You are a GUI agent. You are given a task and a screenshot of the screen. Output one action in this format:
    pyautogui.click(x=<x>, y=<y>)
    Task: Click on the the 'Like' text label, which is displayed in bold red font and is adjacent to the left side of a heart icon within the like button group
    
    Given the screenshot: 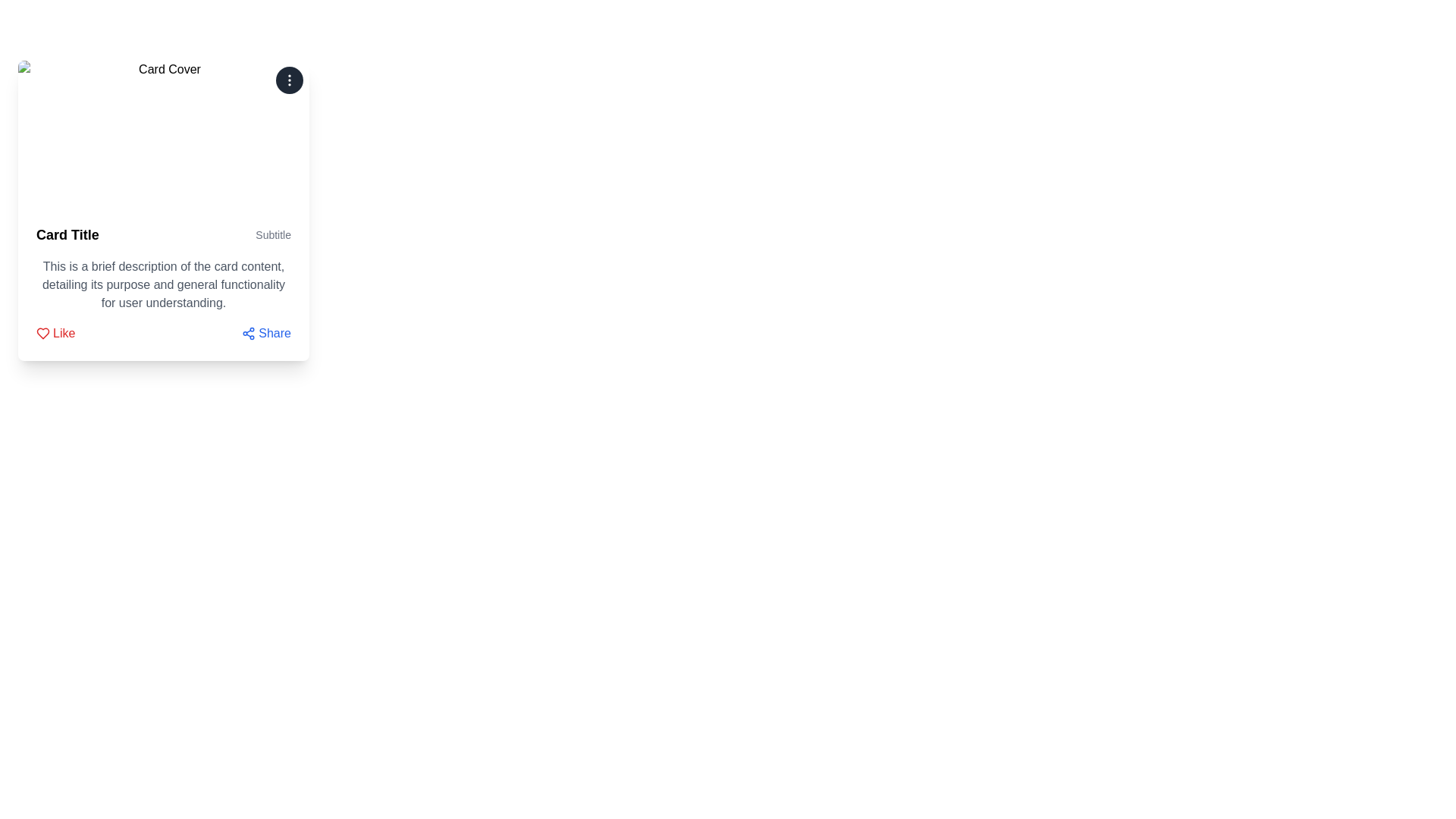 What is the action you would take?
    pyautogui.click(x=63, y=332)
    